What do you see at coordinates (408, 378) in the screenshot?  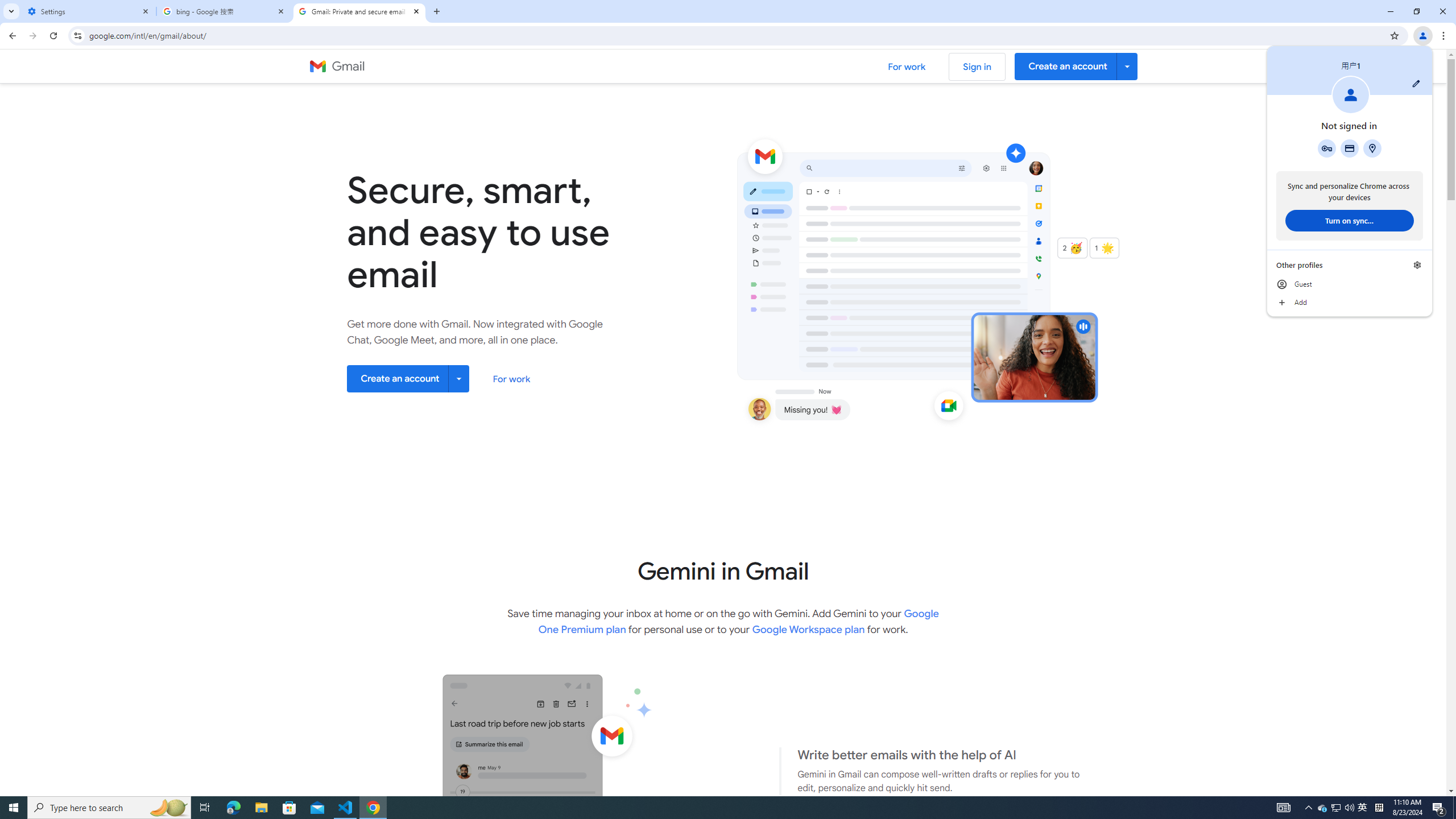 I see `'Create an account'` at bounding box center [408, 378].